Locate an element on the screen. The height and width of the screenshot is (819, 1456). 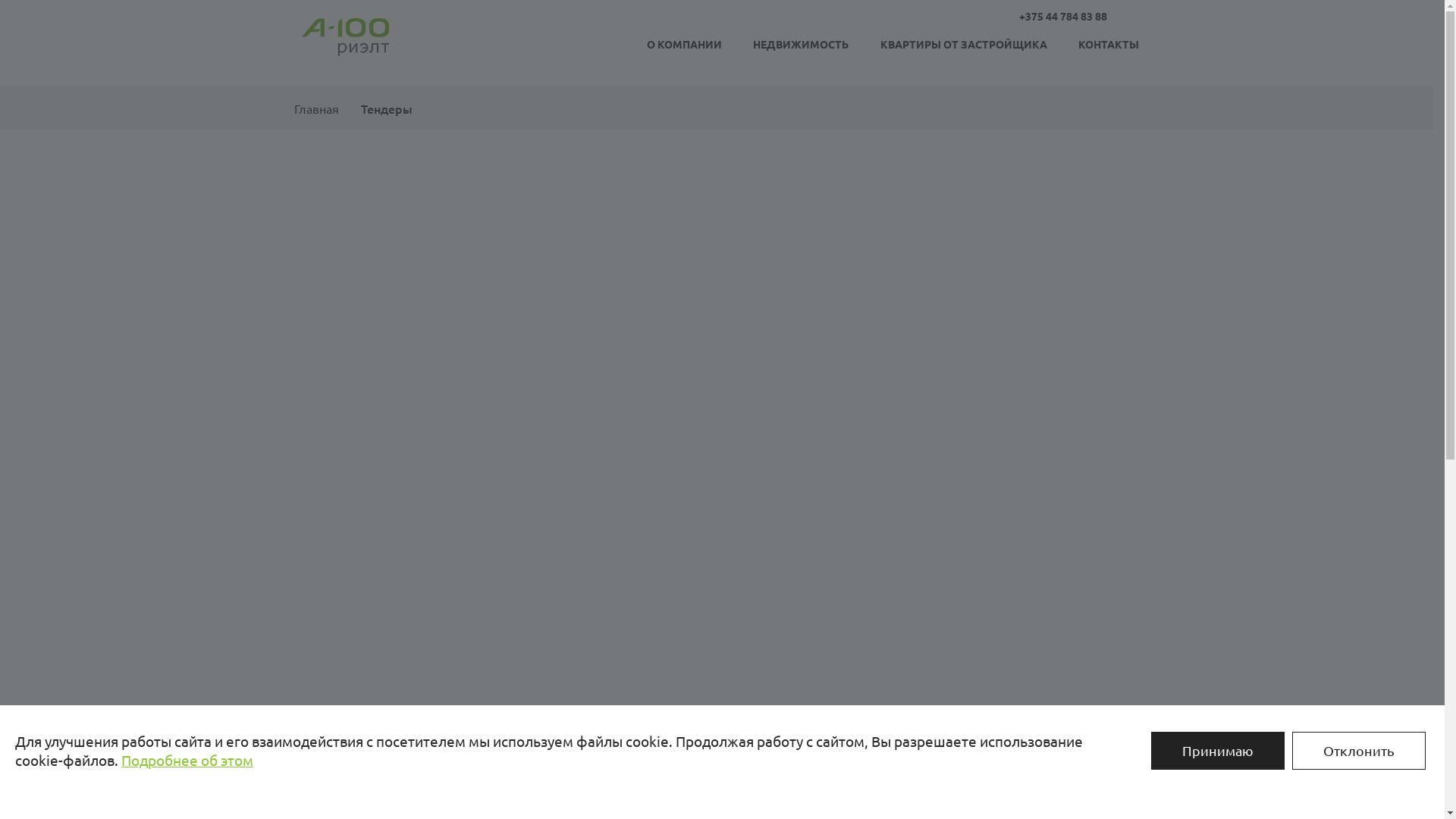
'+375 44 784 83 88' is located at coordinates (1019, 15).